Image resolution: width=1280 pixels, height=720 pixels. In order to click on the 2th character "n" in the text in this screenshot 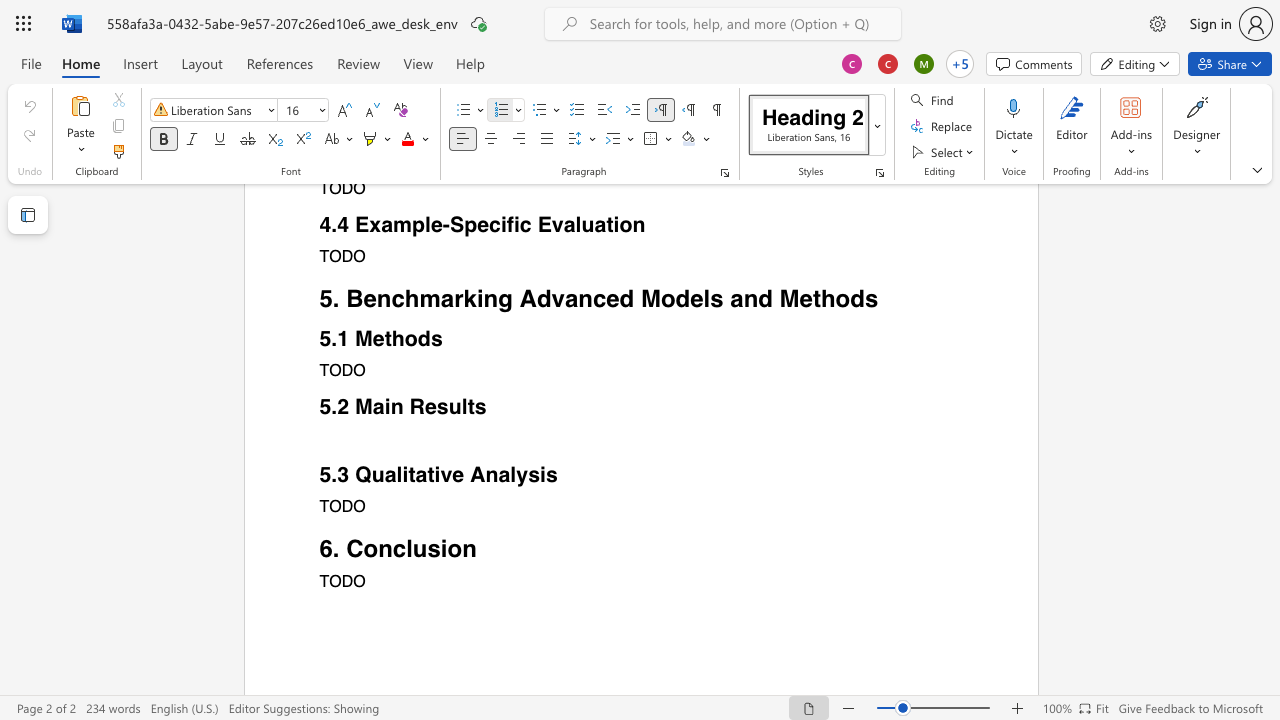, I will do `click(468, 548)`.